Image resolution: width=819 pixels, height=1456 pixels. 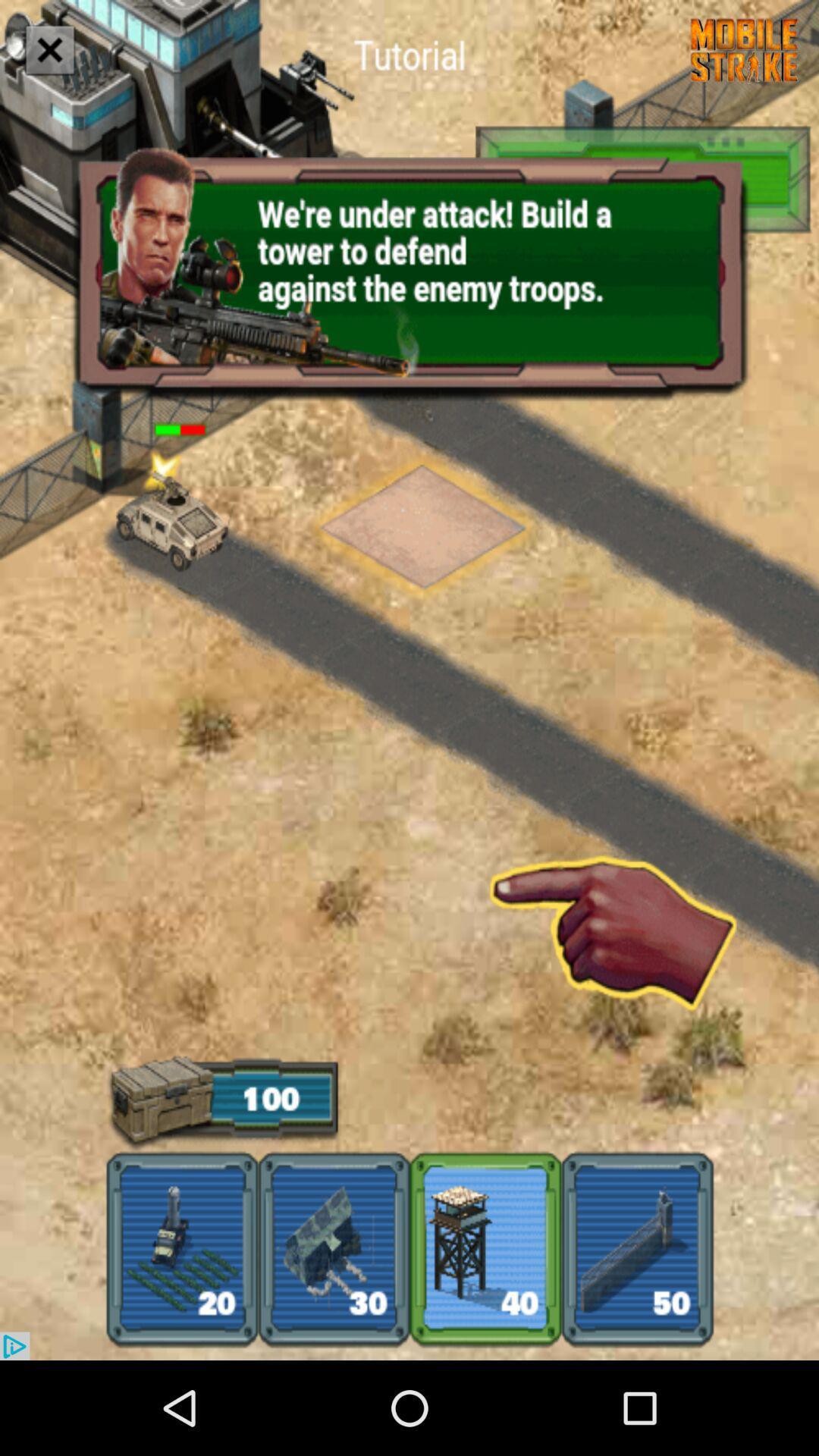 I want to click on the close icon, so click(x=49, y=53).